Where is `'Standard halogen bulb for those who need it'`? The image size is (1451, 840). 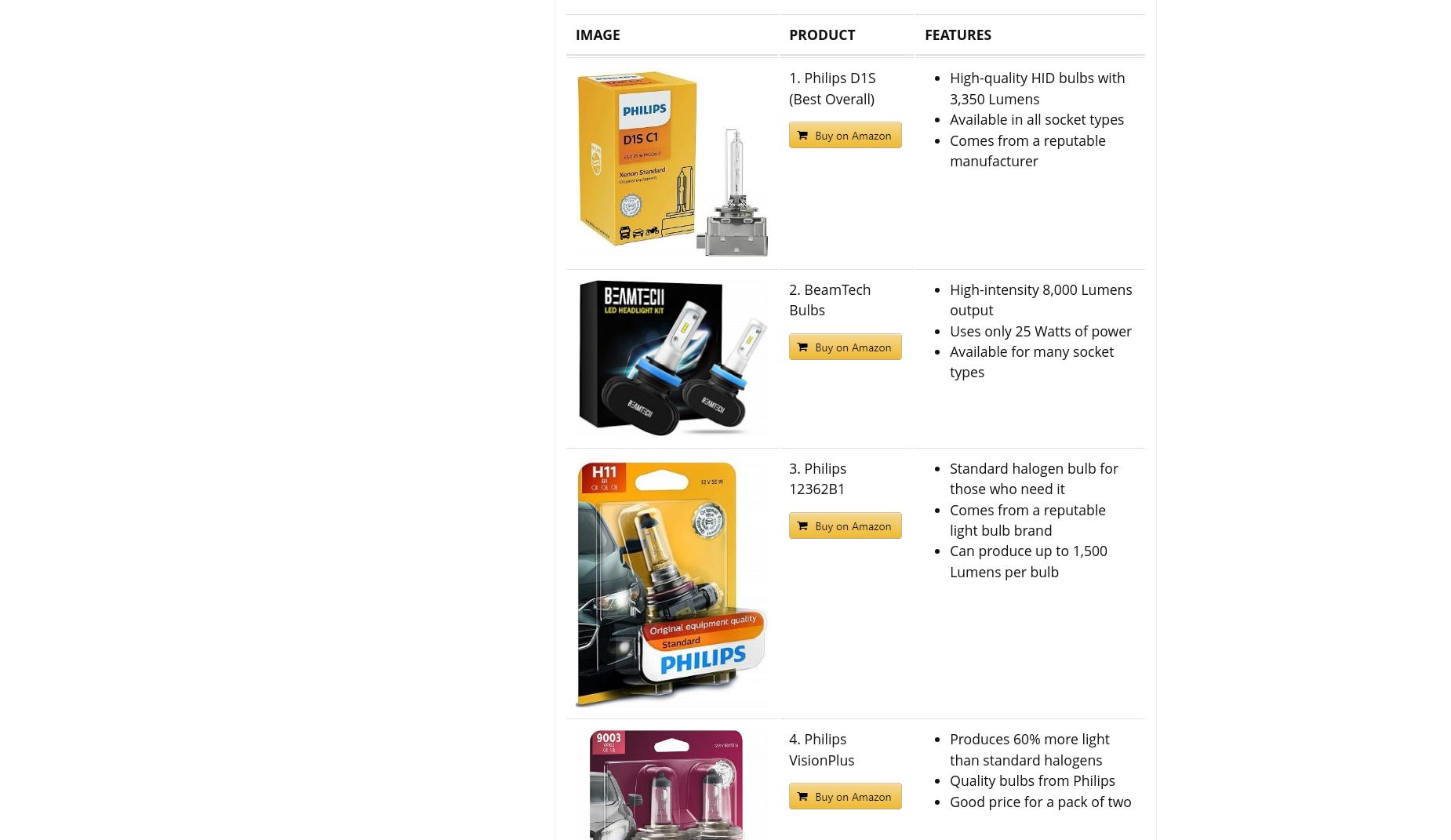
'Standard halogen bulb for those who need it' is located at coordinates (949, 478).